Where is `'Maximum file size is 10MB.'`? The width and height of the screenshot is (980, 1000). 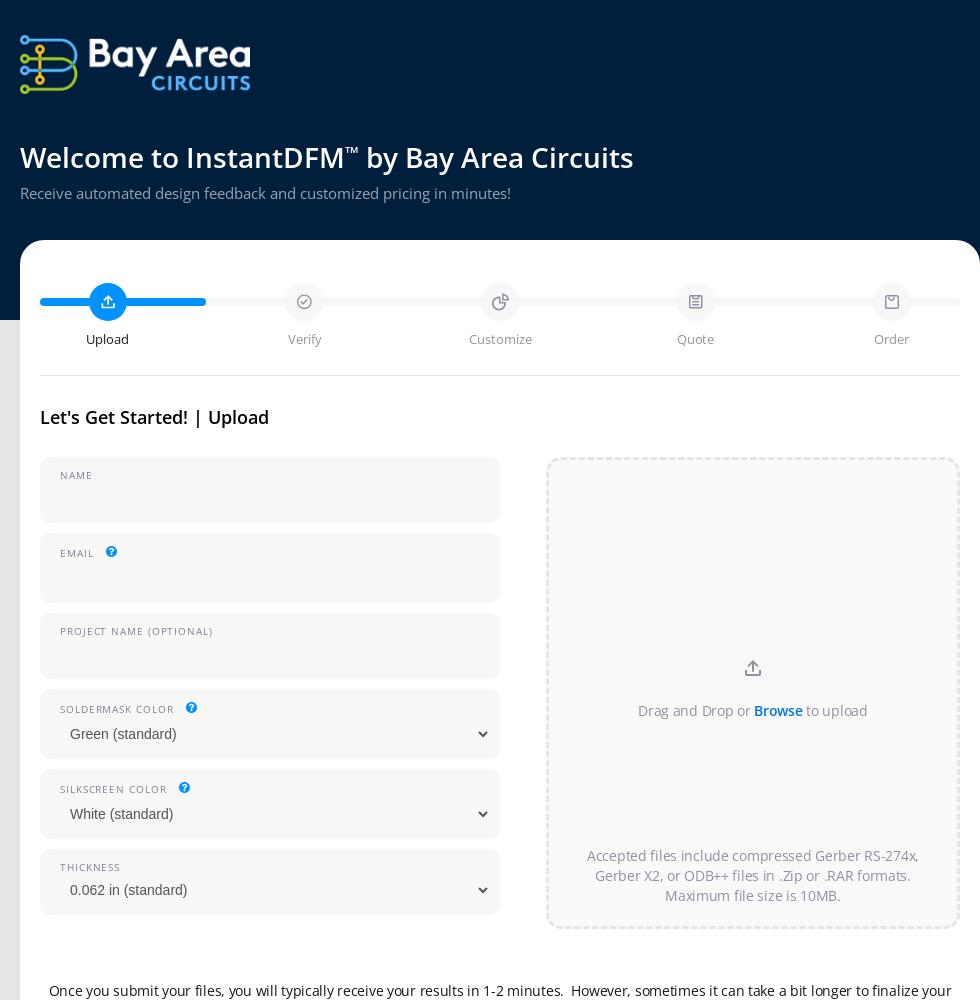
'Maximum file size is 10MB.' is located at coordinates (665, 895).